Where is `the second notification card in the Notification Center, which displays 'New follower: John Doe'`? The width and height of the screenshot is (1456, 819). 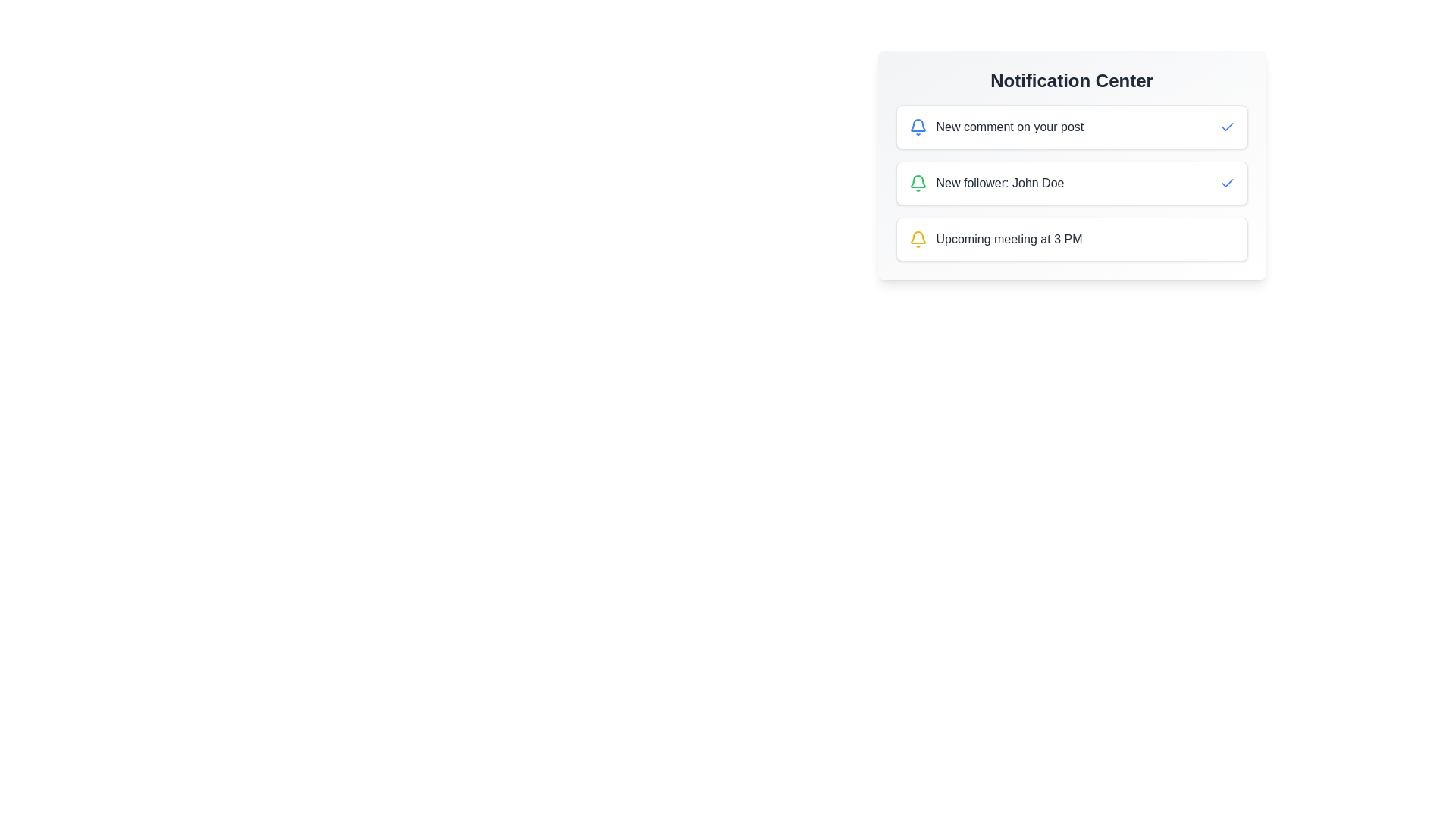
the second notification card in the Notification Center, which displays 'New follower: John Doe' is located at coordinates (1071, 165).